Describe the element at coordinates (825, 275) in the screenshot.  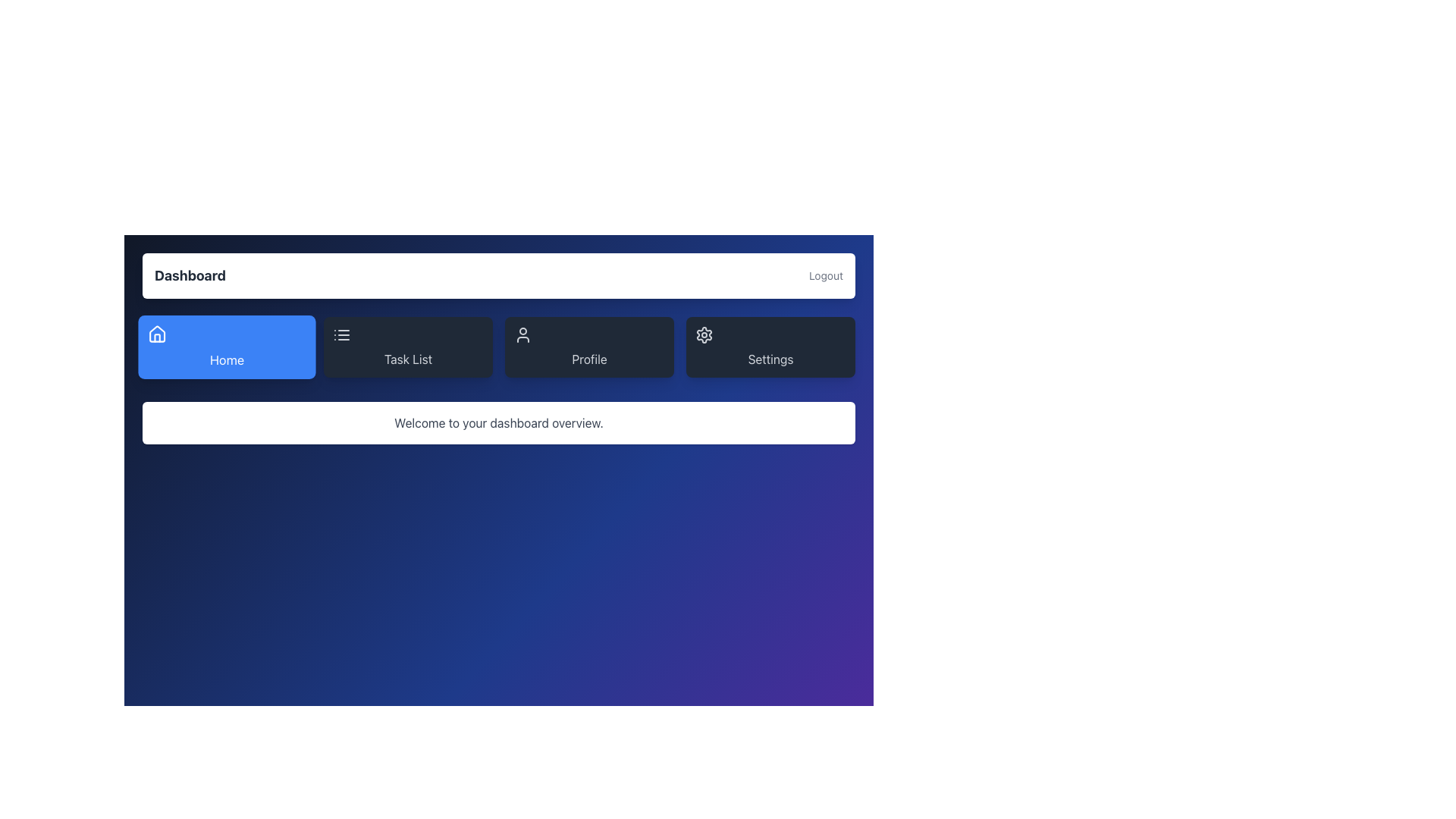
I see `the 'Logout' text link element located at the top-right of the section` at that location.